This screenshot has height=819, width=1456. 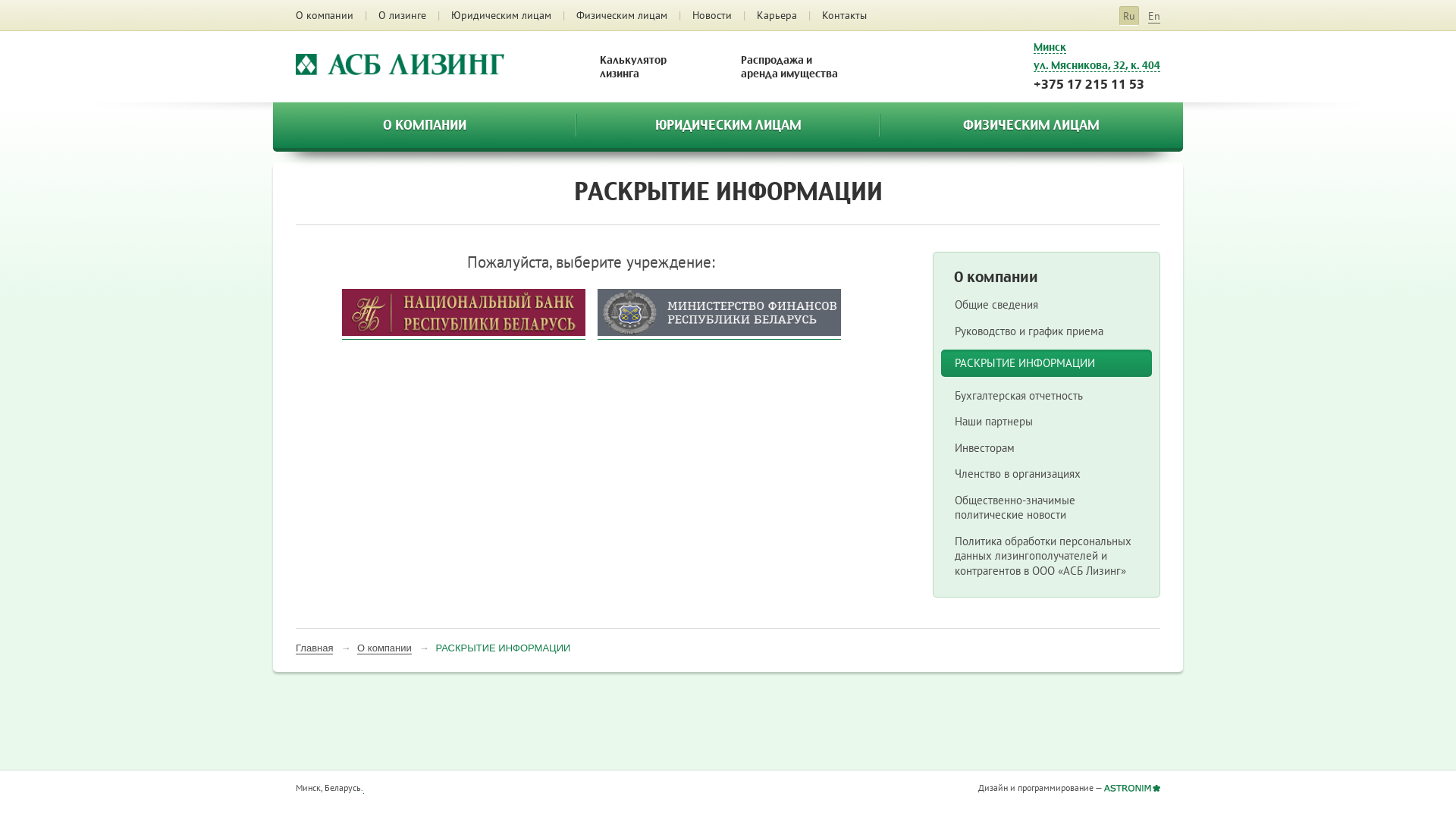 I want to click on 'LiveInternet', so click(x=362, y=789).